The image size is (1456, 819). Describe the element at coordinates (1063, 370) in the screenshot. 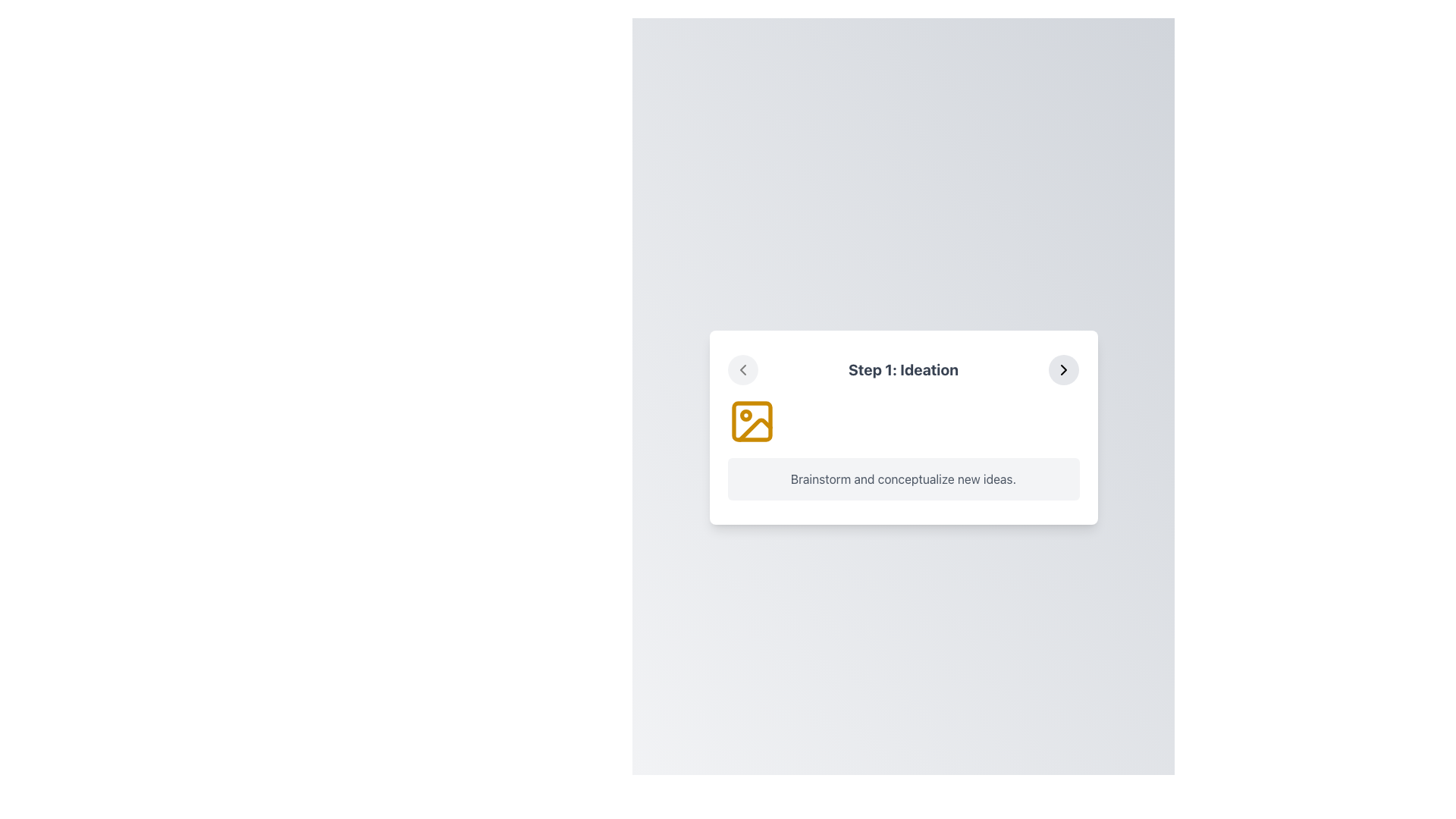

I see `the right-pointing chevron icon located in the upper-right corner of the interface` at that location.